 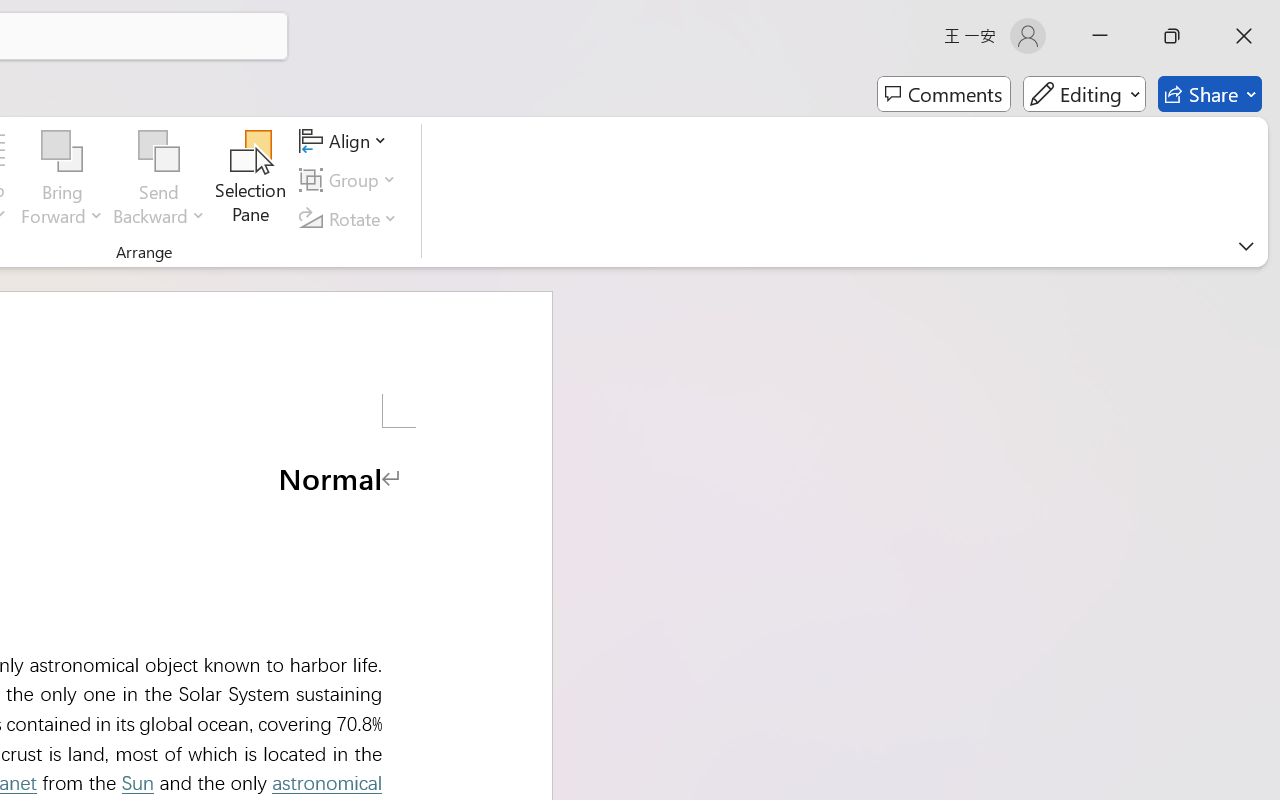 What do you see at coordinates (250, 179) in the screenshot?
I see `'Selection Pane...'` at bounding box center [250, 179].